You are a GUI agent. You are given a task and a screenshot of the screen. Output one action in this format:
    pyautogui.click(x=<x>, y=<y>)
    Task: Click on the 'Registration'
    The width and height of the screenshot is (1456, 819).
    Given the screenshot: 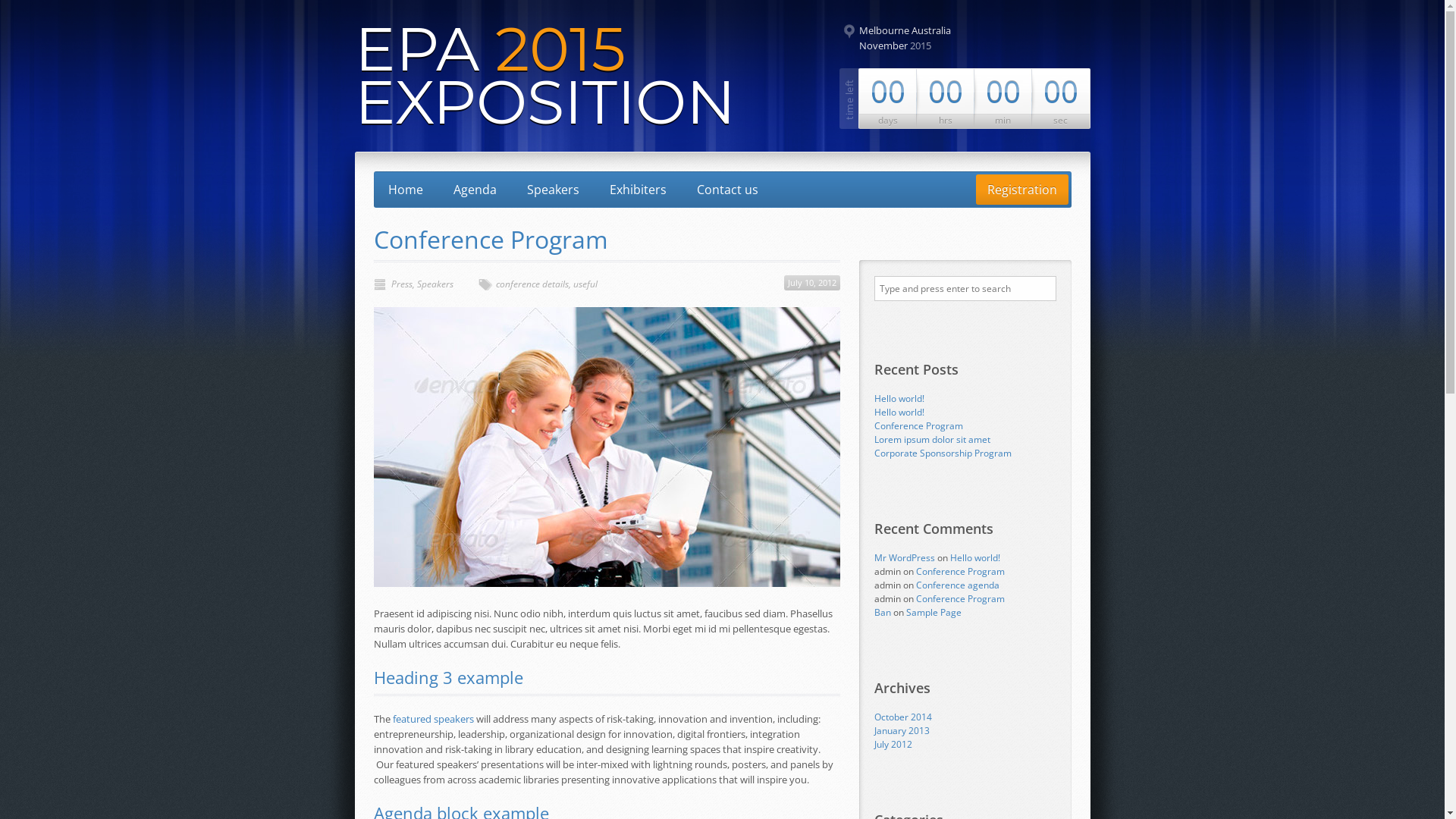 What is the action you would take?
    pyautogui.click(x=1021, y=189)
    